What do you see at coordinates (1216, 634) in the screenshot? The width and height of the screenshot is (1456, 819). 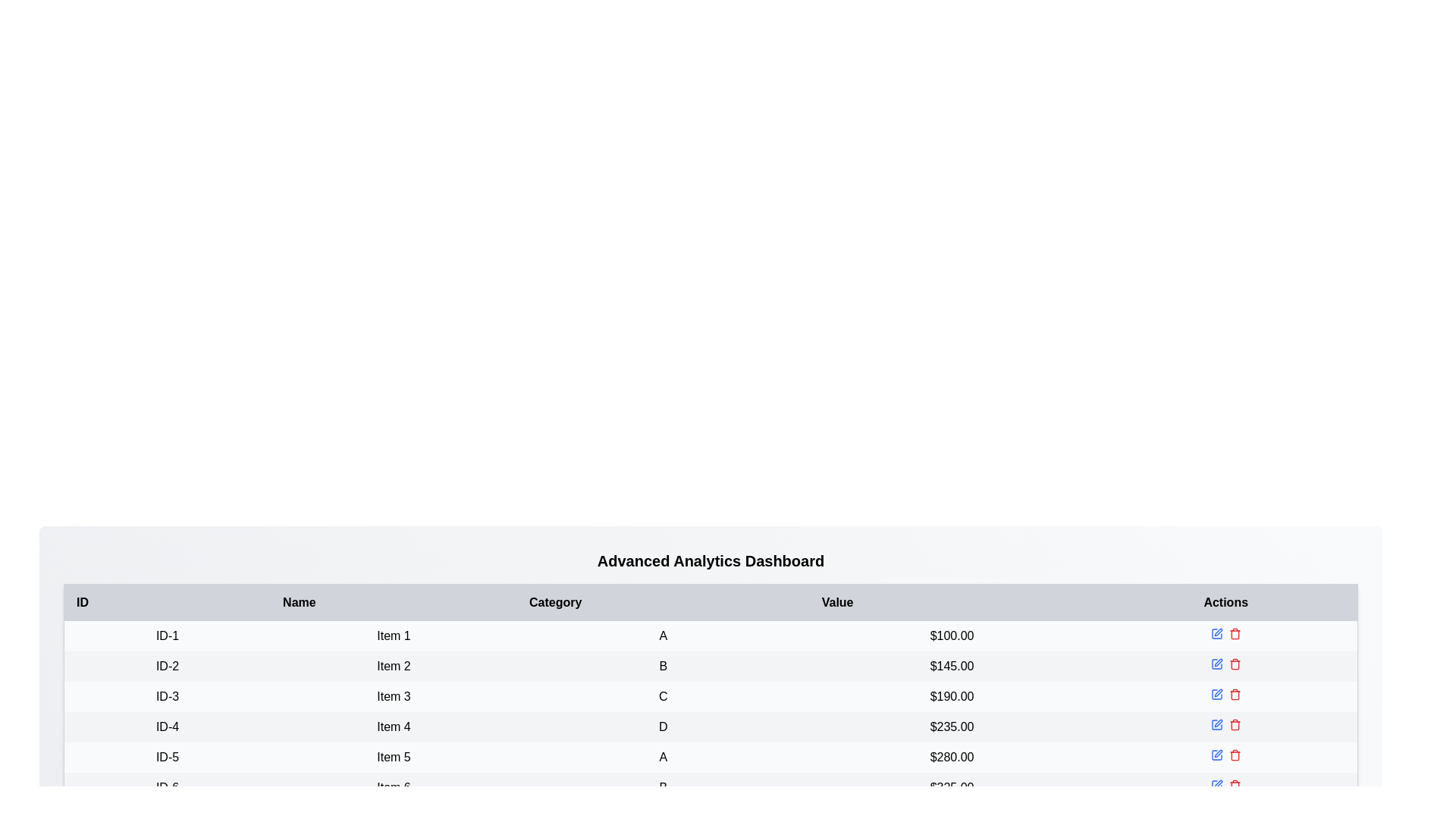 I see `the edit button for the item with ID ID-1` at bounding box center [1216, 634].